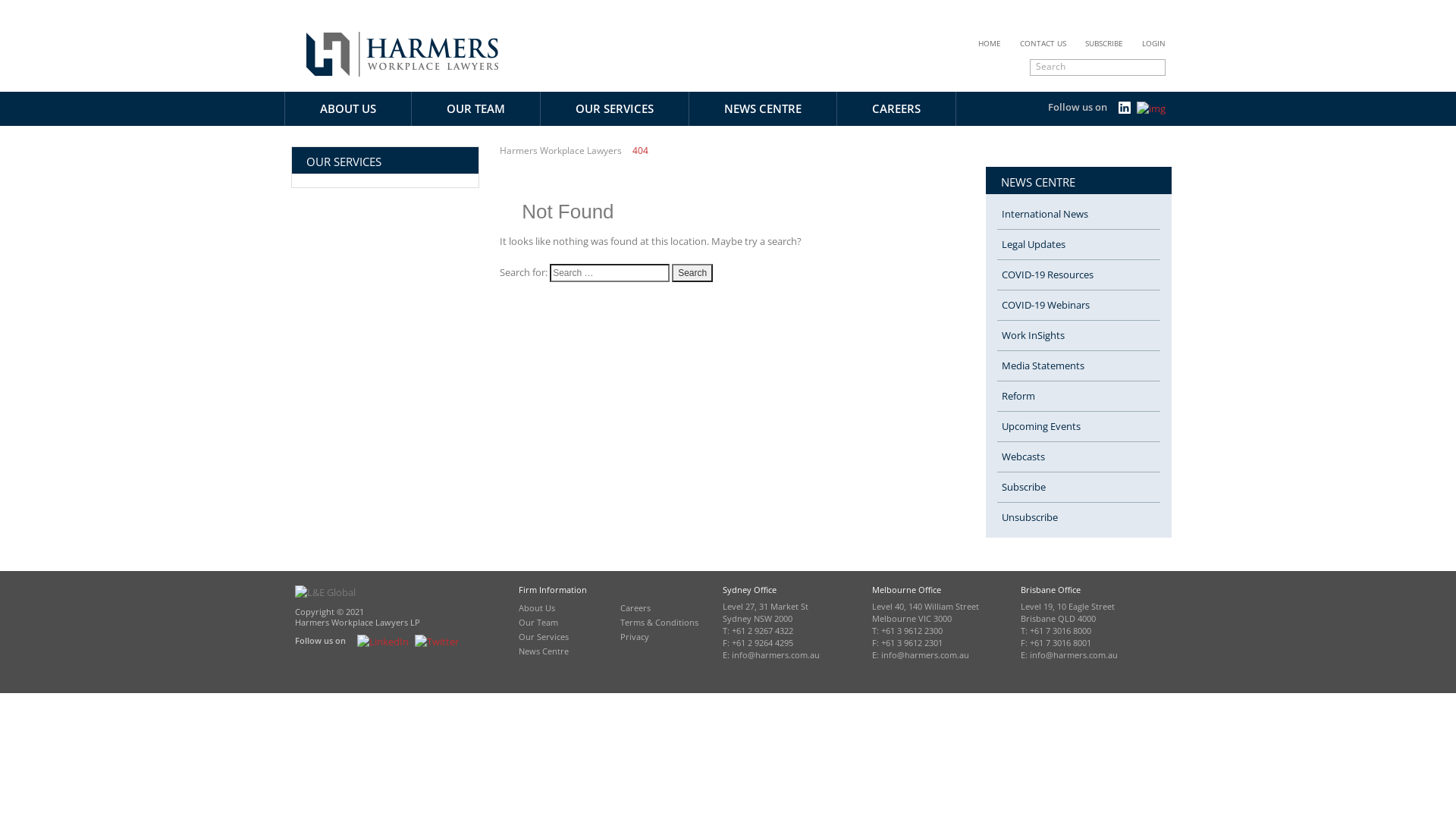 This screenshot has width=1456, height=819. What do you see at coordinates (537, 607) in the screenshot?
I see `'About Us'` at bounding box center [537, 607].